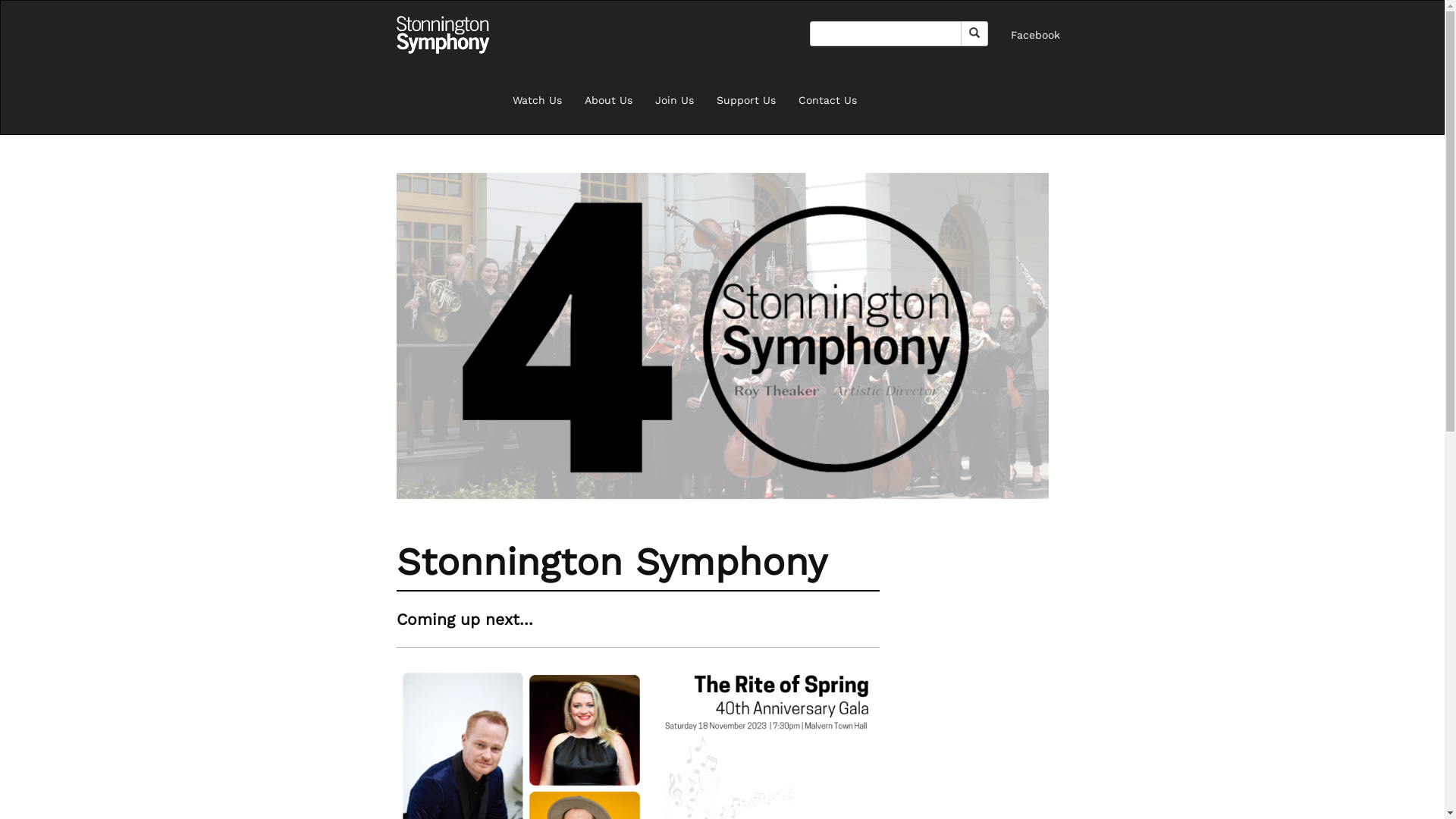  What do you see at coordinates (999, 34) in the screenshot?
I see `'Facebook'` at bounding box center [999, 34].